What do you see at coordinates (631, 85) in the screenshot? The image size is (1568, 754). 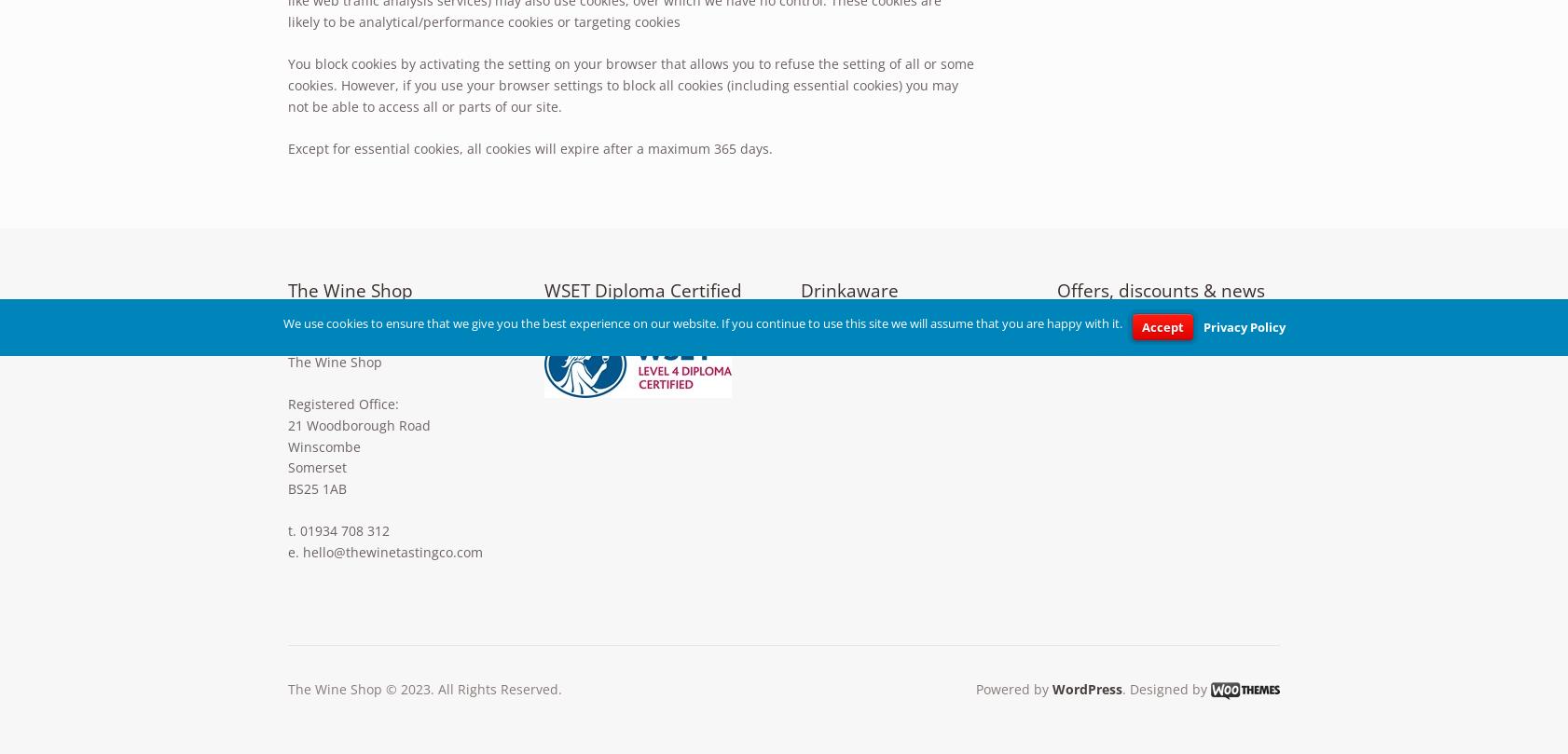 I see `'You block cookies by activating the setting on your browser that allows you to refuse the setting of all or some cookies. However, if you use your browser settings to block all cookies (including essential cookies) you may not be able to access all or parts of our site.'` at bounding box center [631, 85].